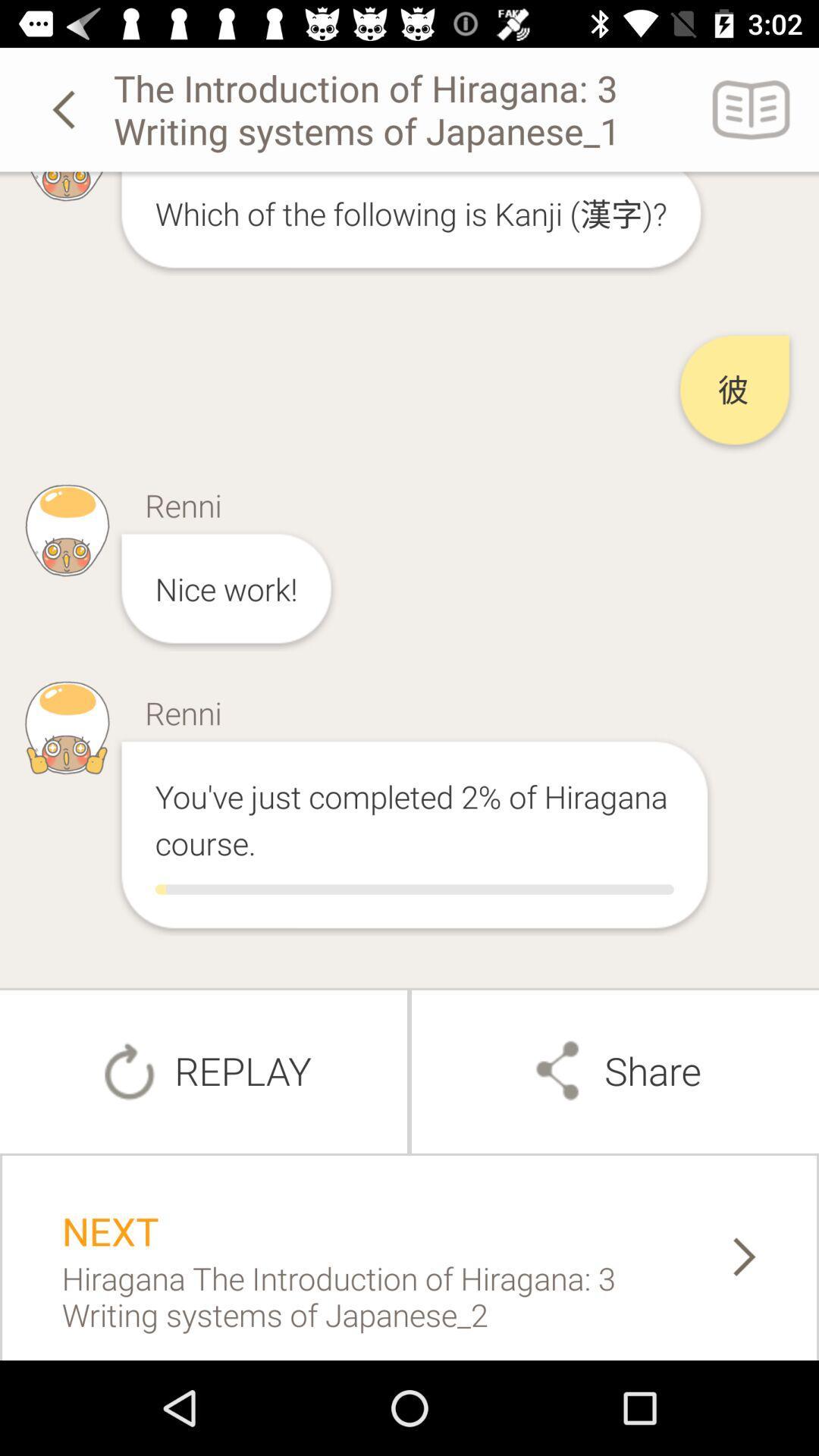  Describe the element at coordinates (752, 108) in the screenshot. I see `the book icon` at that location.